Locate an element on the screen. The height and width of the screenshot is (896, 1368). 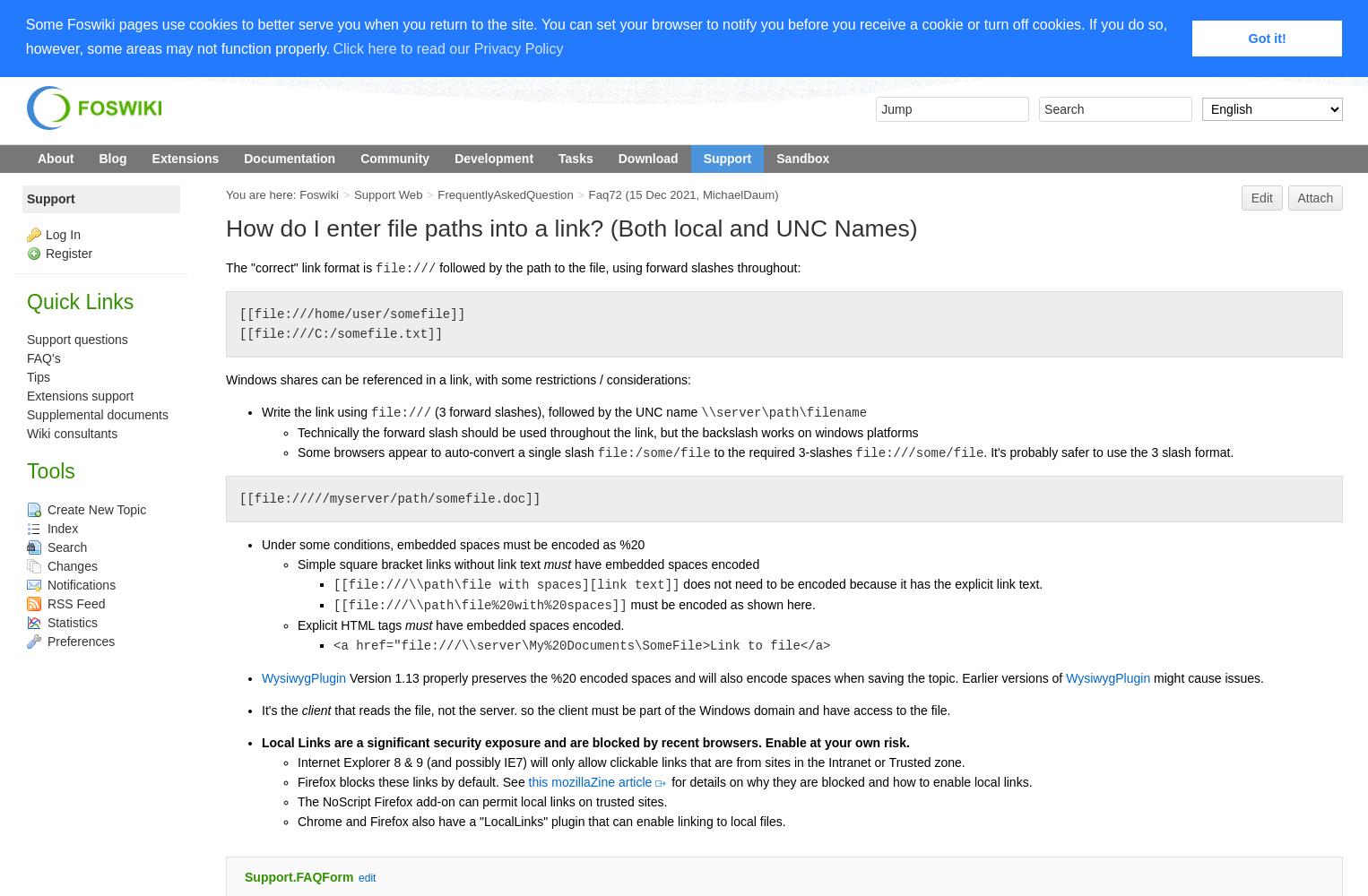
'MichaelDaum' is located at coordinates (738, 194).